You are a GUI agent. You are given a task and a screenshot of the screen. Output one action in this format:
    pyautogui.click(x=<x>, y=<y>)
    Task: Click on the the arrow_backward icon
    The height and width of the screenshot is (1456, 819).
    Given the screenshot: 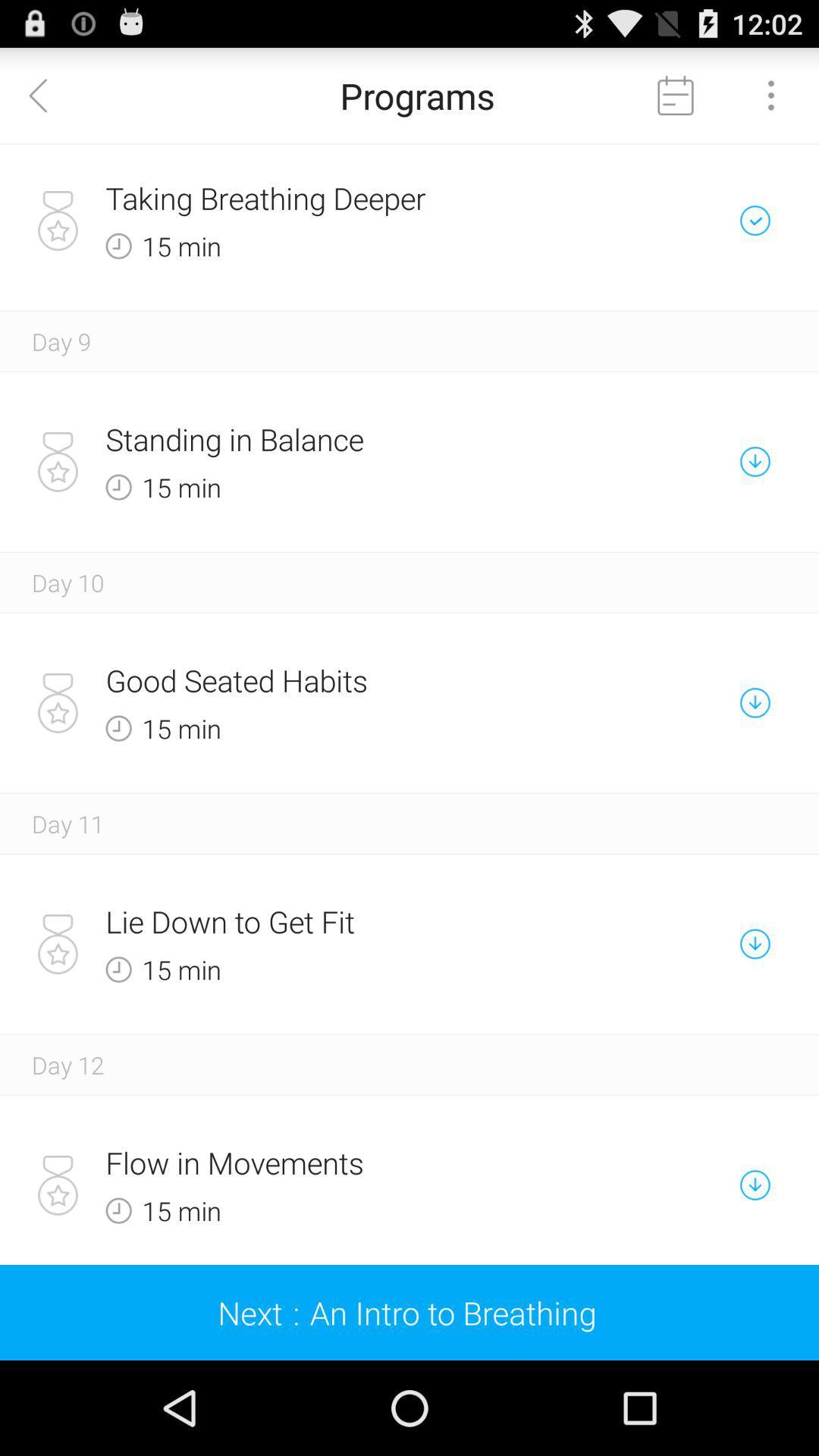 What is the action you would take?
    pyautogui.click(x=46, y=101)
    